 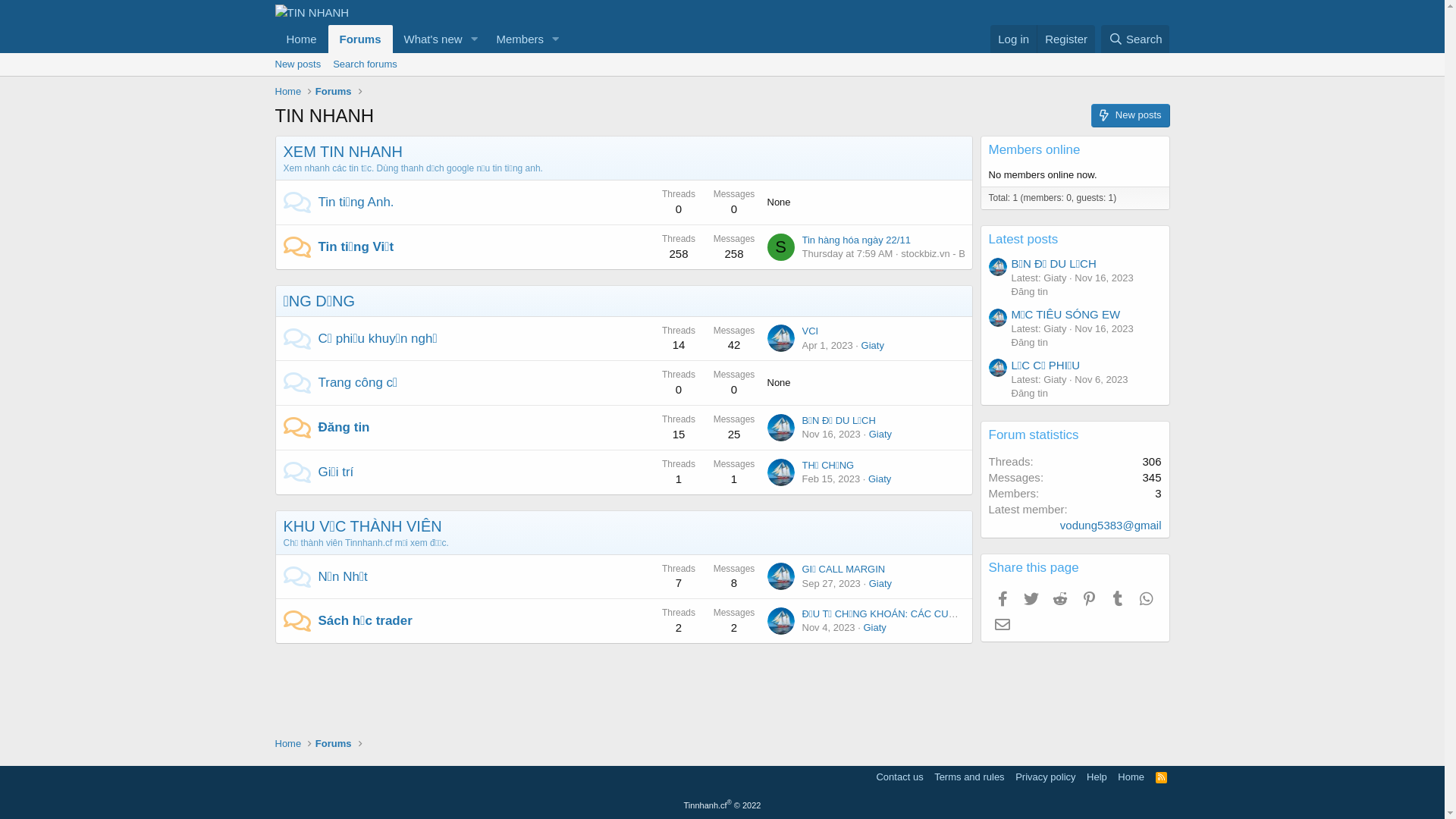 What do you see at coordinates (1110, 524) in the screenshot?
I see `'vodung5383@gmail'` at bounding box center [1110, 524].